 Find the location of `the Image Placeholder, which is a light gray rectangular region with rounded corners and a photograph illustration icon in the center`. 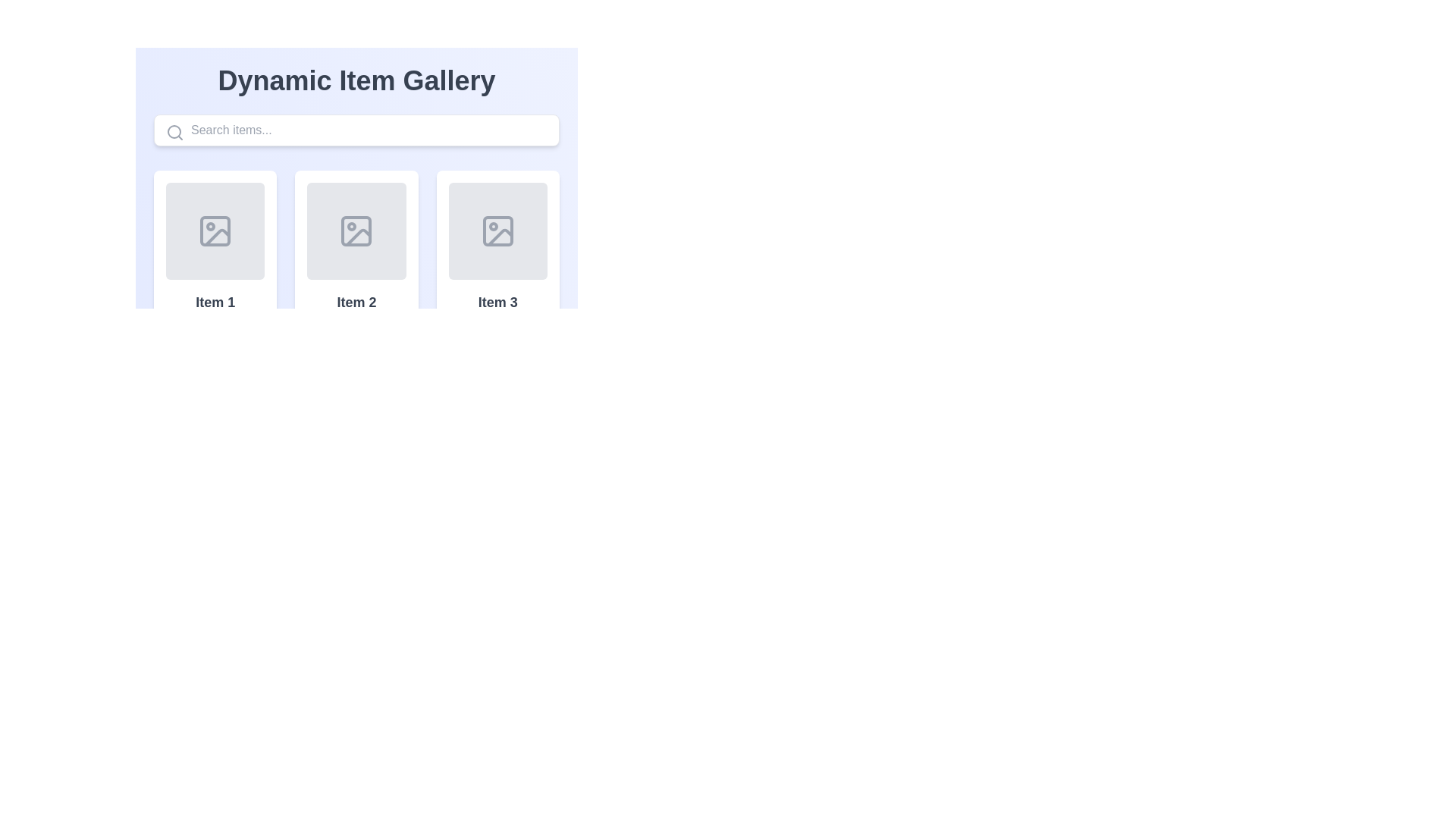

the Image Placeholder, which is a light gray rectangular region with rounded corners and a photograph illustration icon in the center is located at coordinates (215, 231).